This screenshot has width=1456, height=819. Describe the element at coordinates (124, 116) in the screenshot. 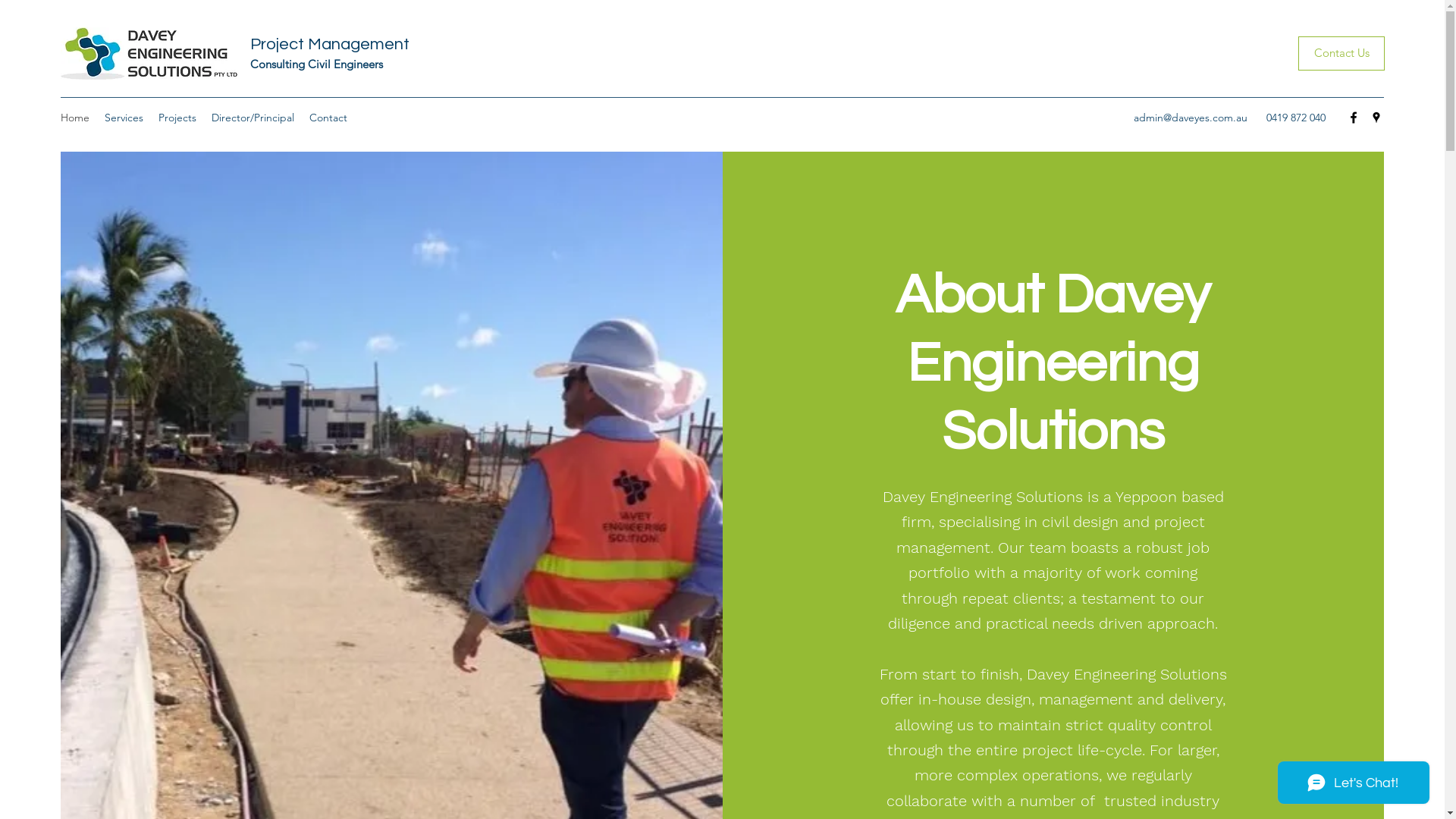

I see `'Services'` at that location.